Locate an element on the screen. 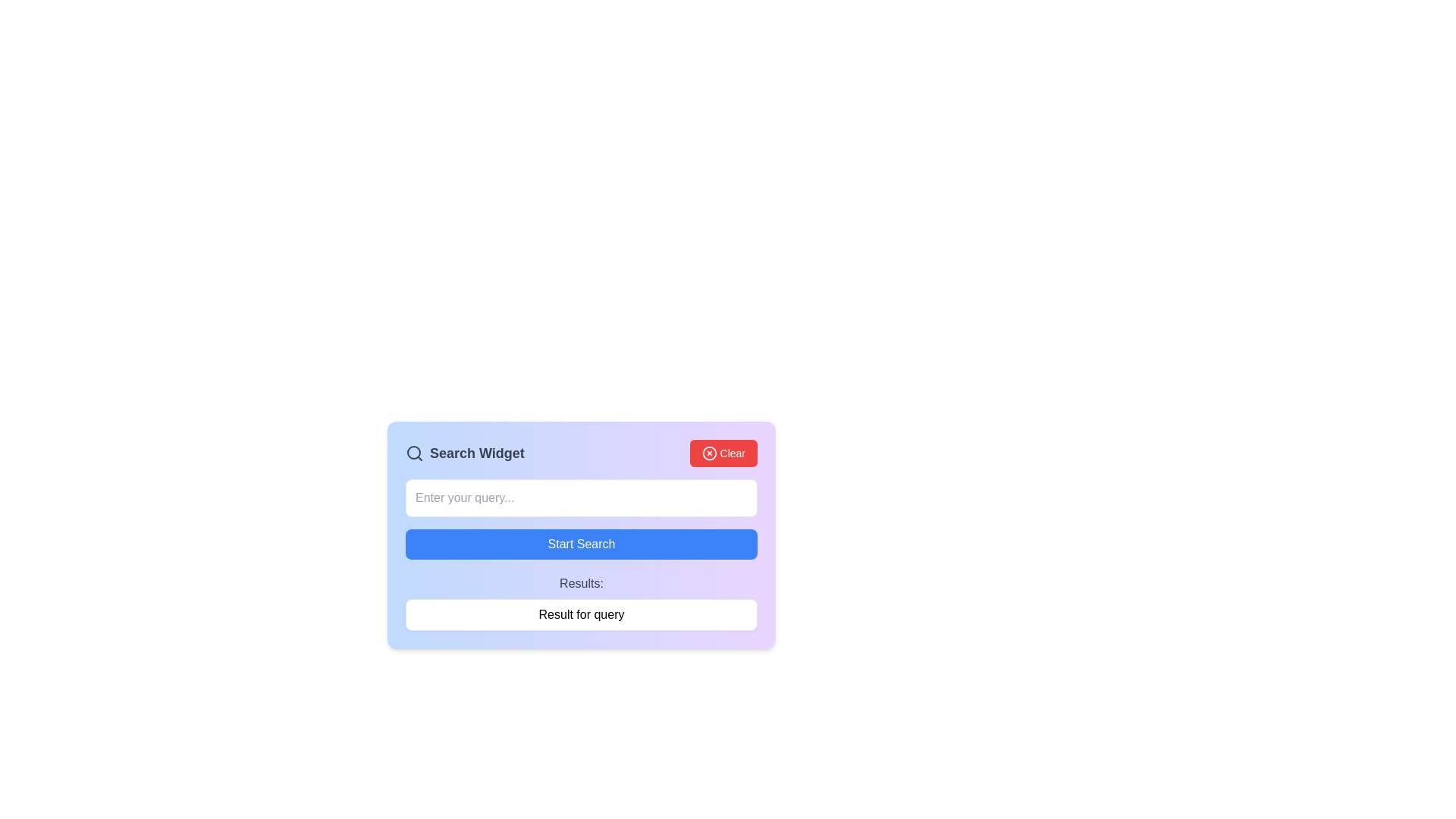 The height and width of the screenshot is (819, 1456). the decorative vector graphic circle within the 'Clear' button located in the top-right corner of the widget is located at coordinates (708, 452).